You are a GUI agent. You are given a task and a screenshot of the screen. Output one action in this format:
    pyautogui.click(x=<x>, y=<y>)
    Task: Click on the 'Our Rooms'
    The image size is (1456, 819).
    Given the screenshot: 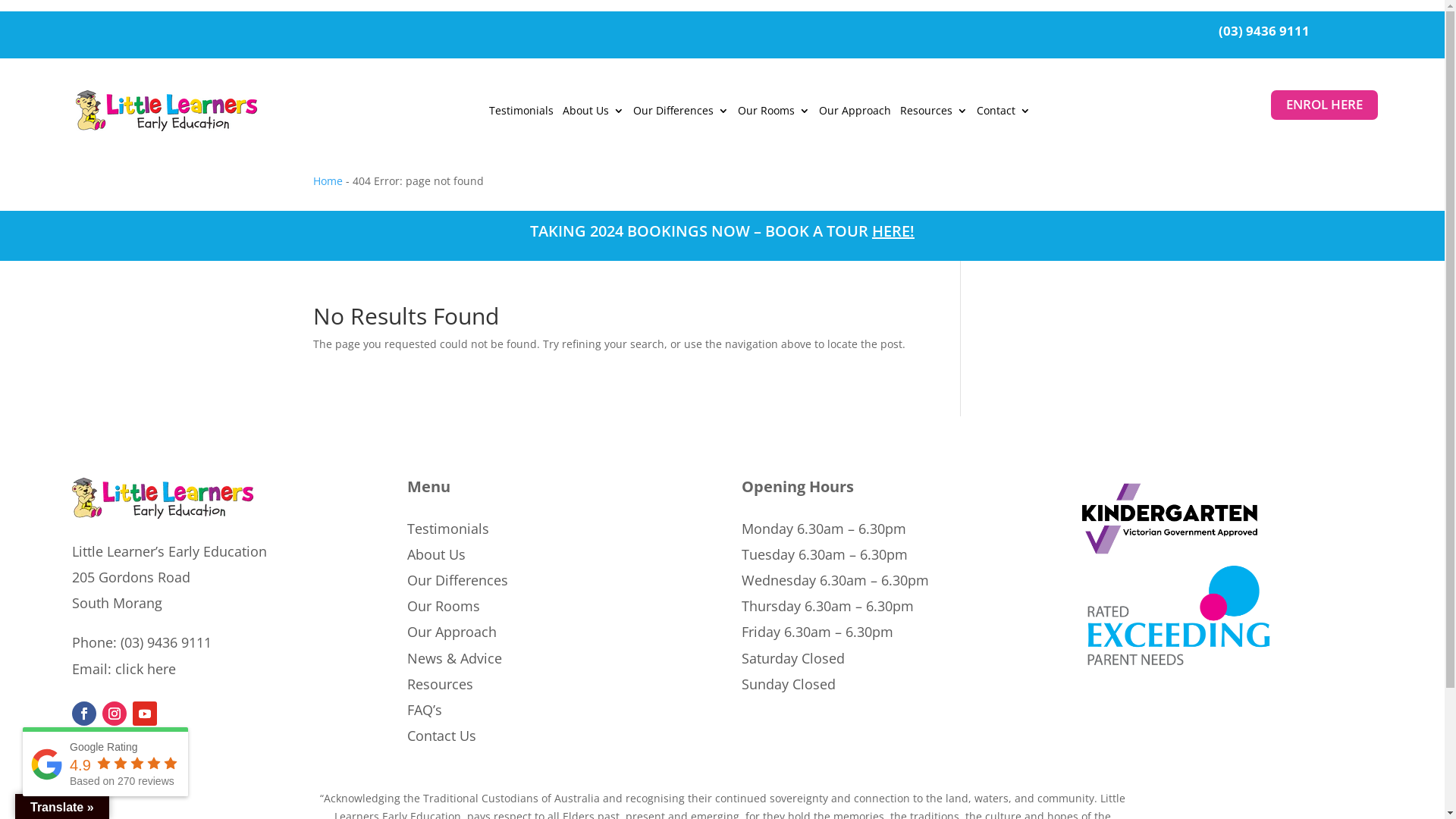 What is the action you would take?
    pyautogui.click(x=407, y=604)
    